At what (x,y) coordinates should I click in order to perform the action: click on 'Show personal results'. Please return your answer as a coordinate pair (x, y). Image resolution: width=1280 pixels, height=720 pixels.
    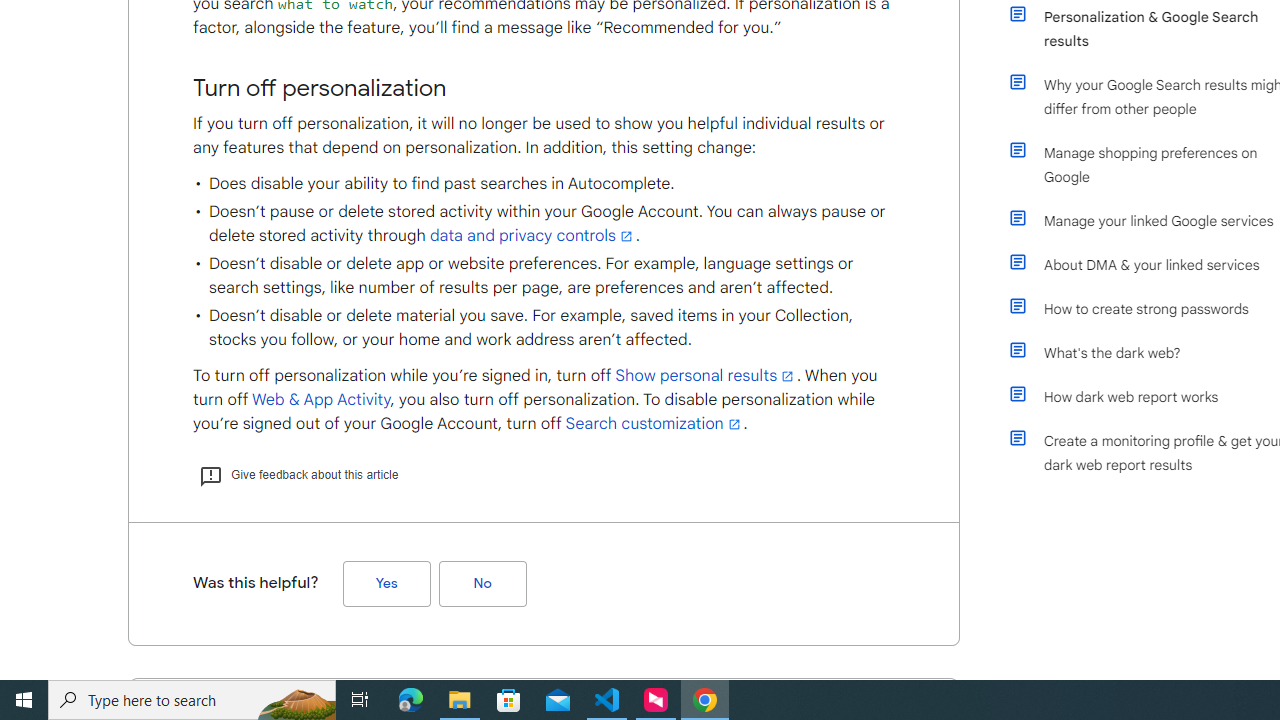
    Looking at the image, I should click on (705, 375).